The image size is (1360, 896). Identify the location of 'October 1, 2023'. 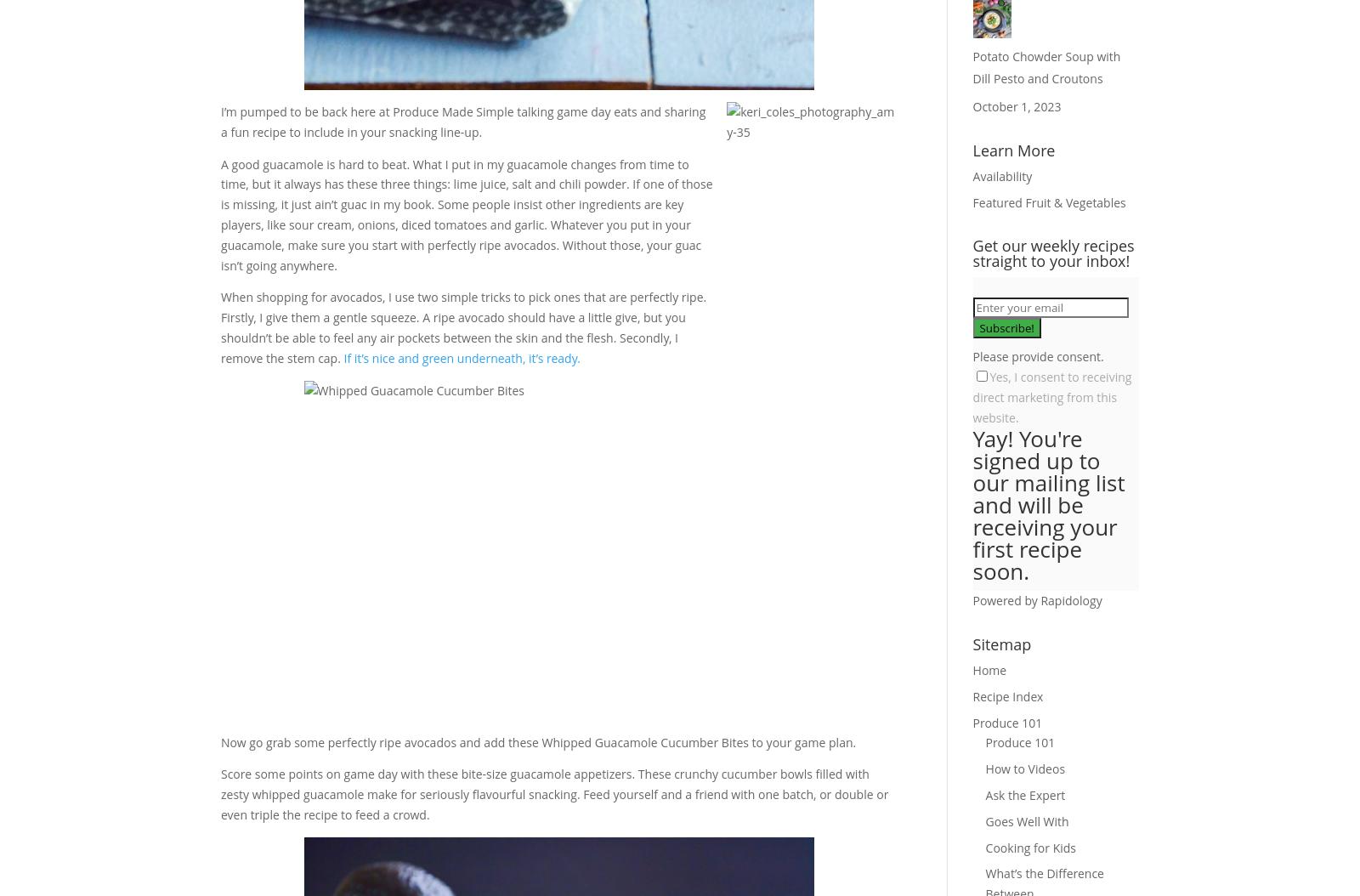
(1017, 105).